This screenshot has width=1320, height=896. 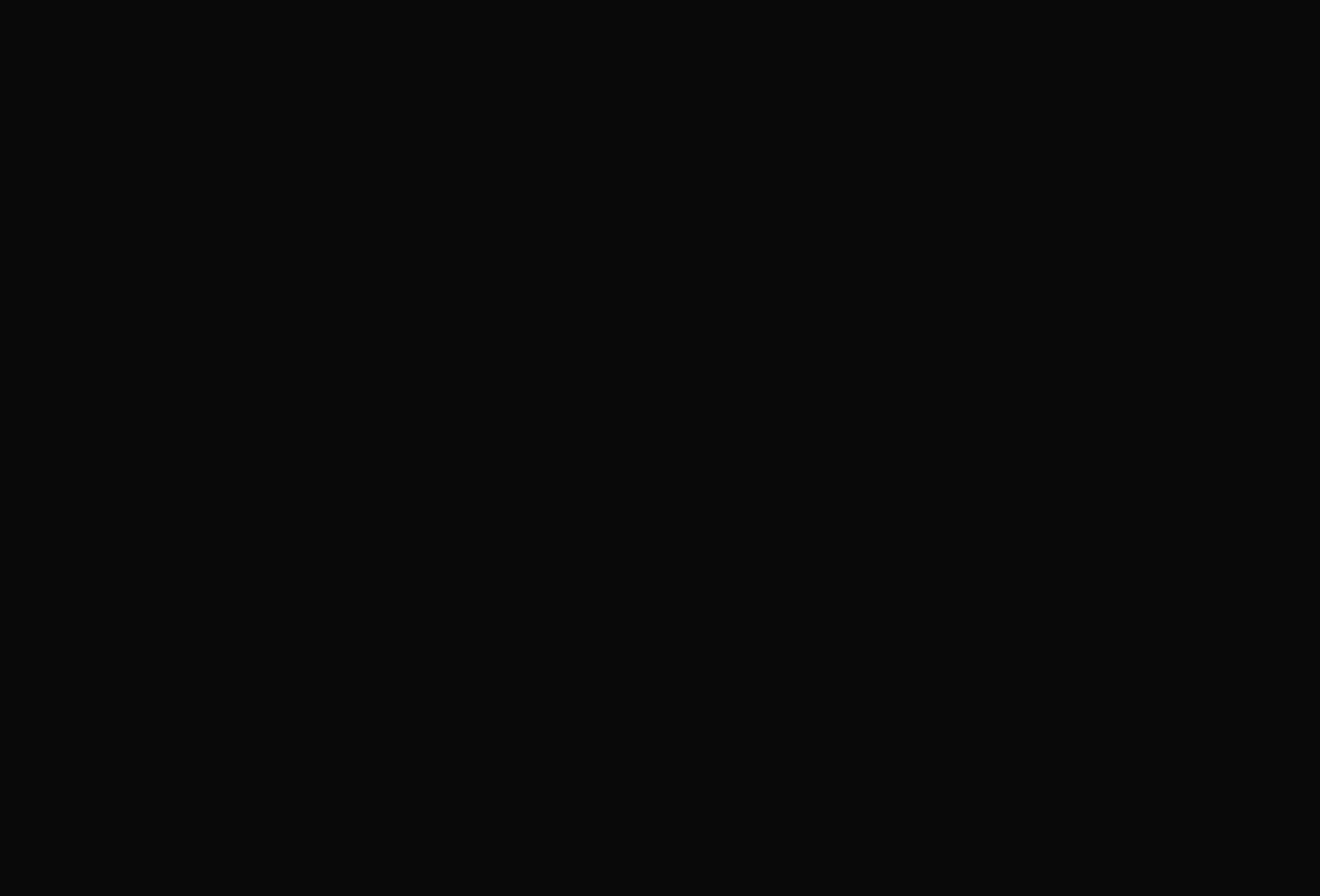 What do you see at coordinates (962, 53) in the screenshot?
I see `'The Fitzgerald Theater'` at bounding box center [962, 53].